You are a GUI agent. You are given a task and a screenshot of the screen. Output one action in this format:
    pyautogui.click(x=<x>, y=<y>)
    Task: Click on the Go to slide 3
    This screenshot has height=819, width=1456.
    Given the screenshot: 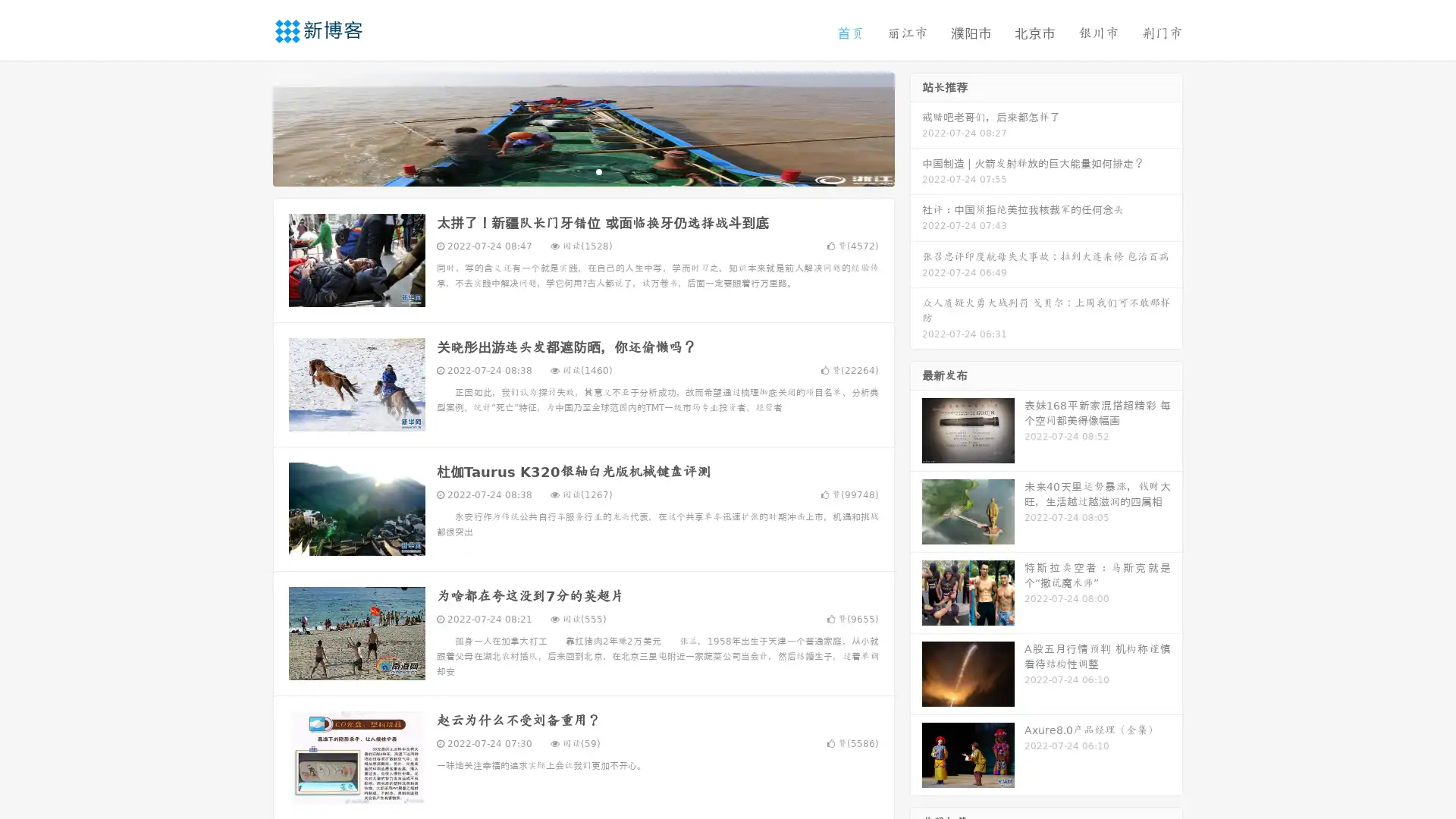 What is the action you would take?
    pyautogui.click(x=598, y=171)
    